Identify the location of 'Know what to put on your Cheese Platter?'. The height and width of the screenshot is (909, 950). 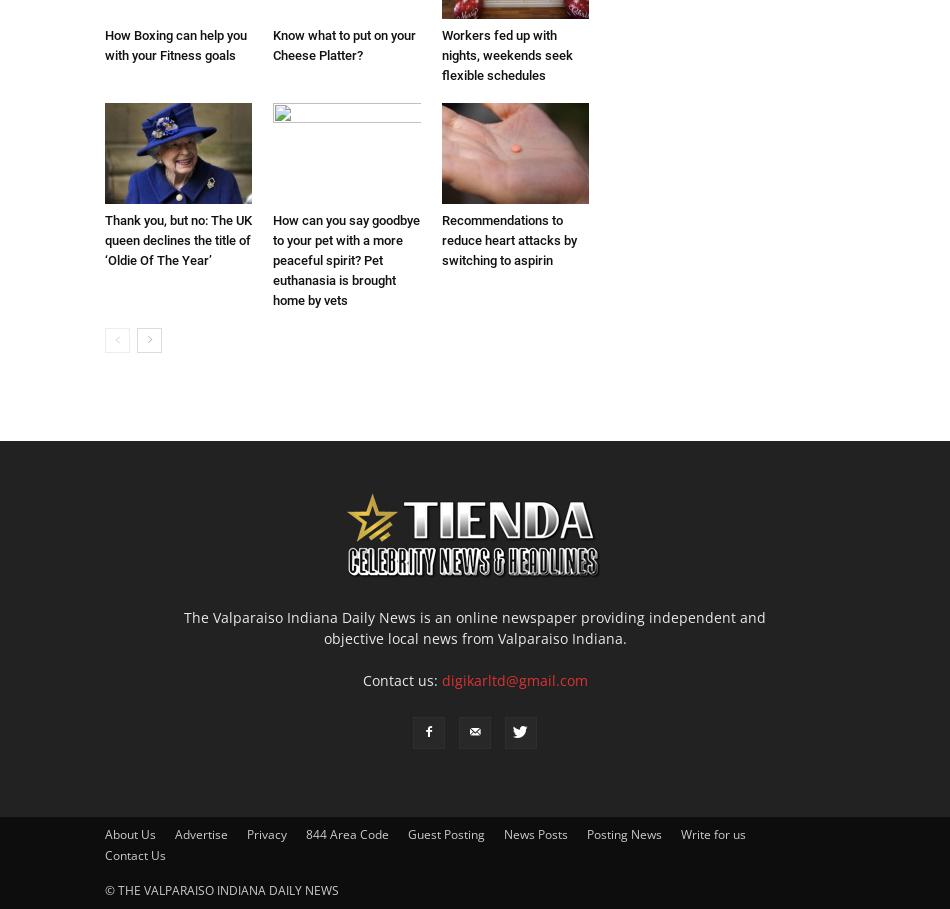
(343, 44).